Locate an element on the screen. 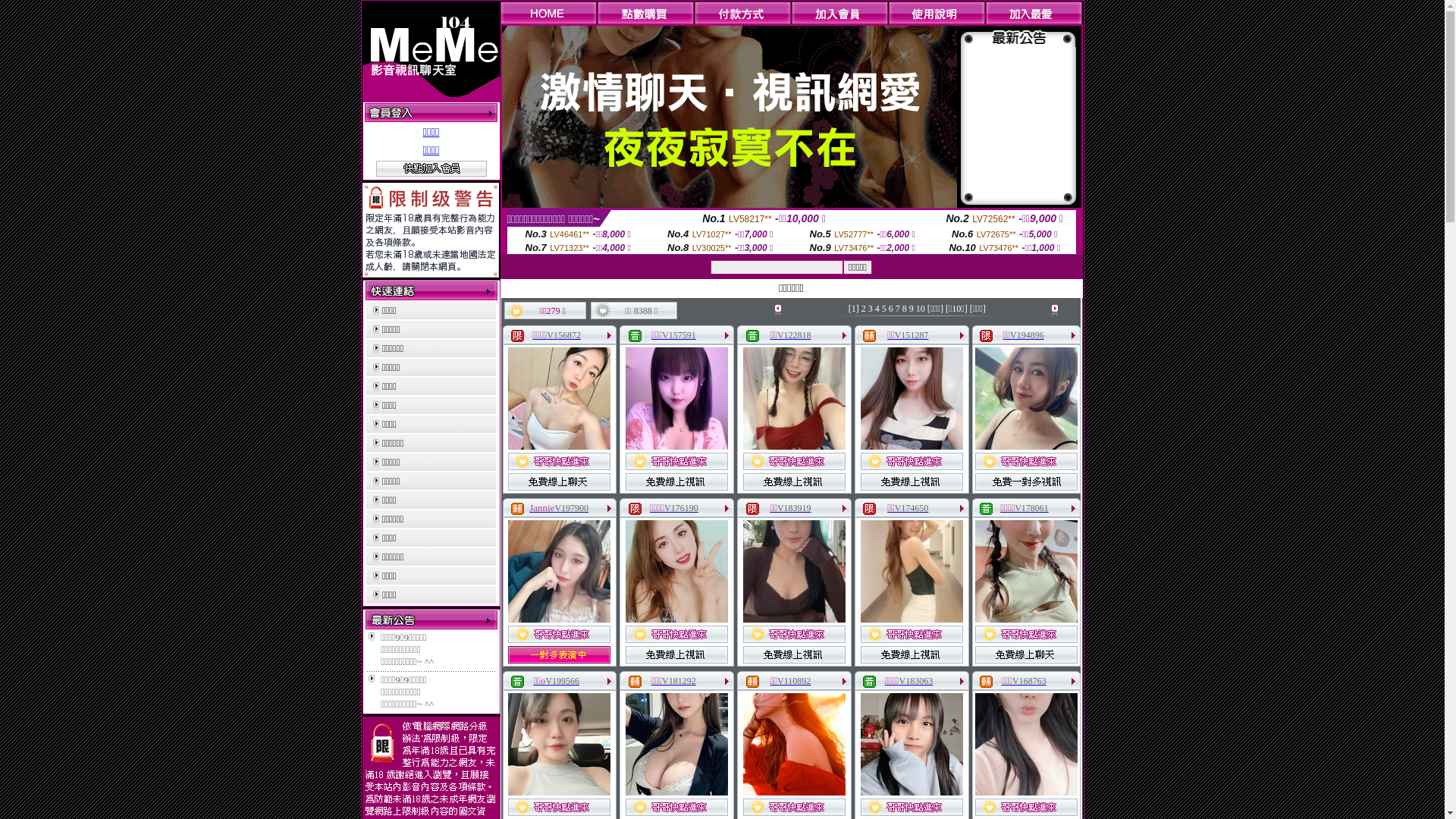  '8' is located at coordinates (905, 308).